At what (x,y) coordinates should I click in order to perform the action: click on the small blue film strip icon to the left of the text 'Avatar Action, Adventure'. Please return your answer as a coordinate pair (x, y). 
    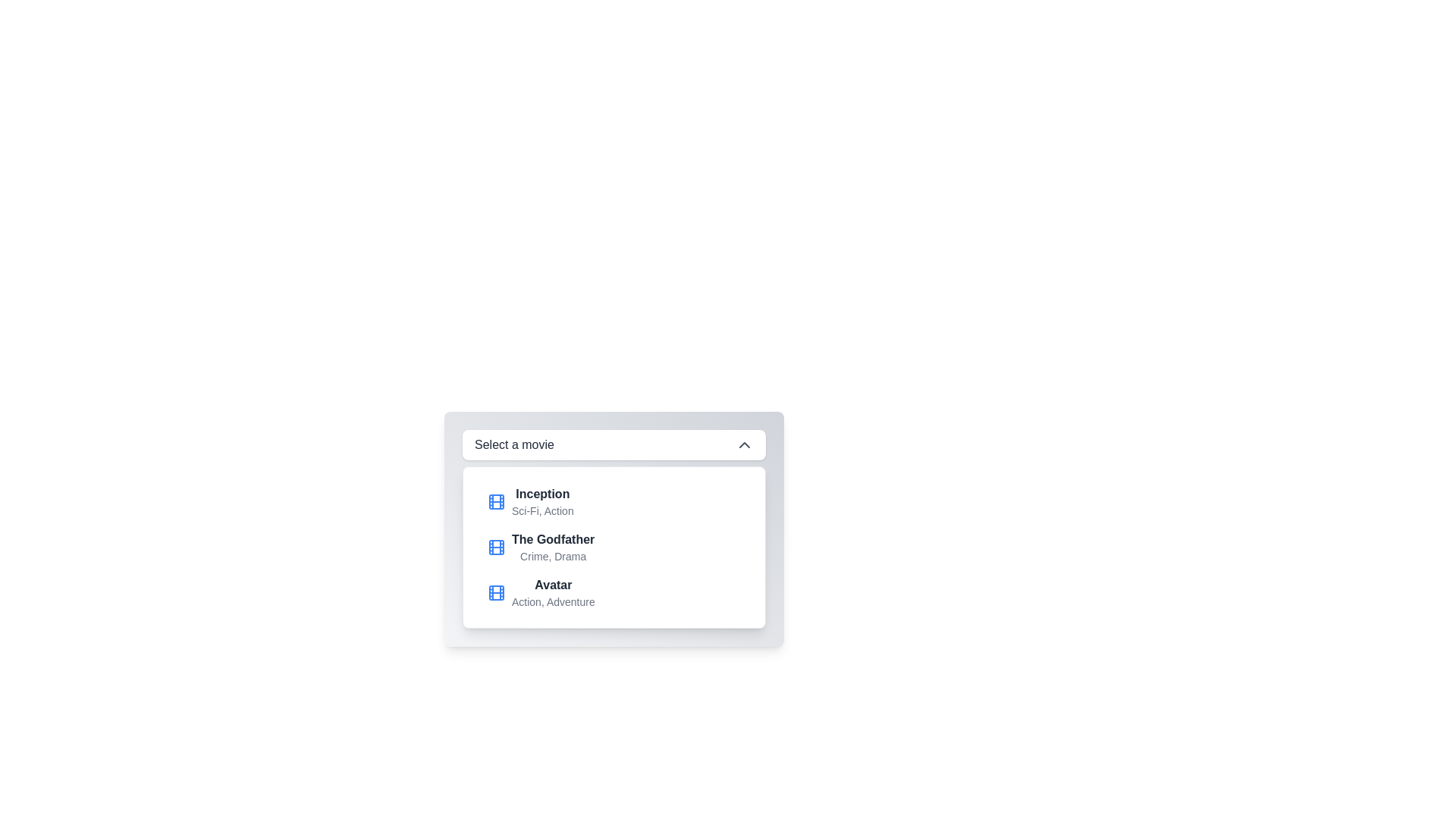
    Looking at the image, I should click on (496, 592).